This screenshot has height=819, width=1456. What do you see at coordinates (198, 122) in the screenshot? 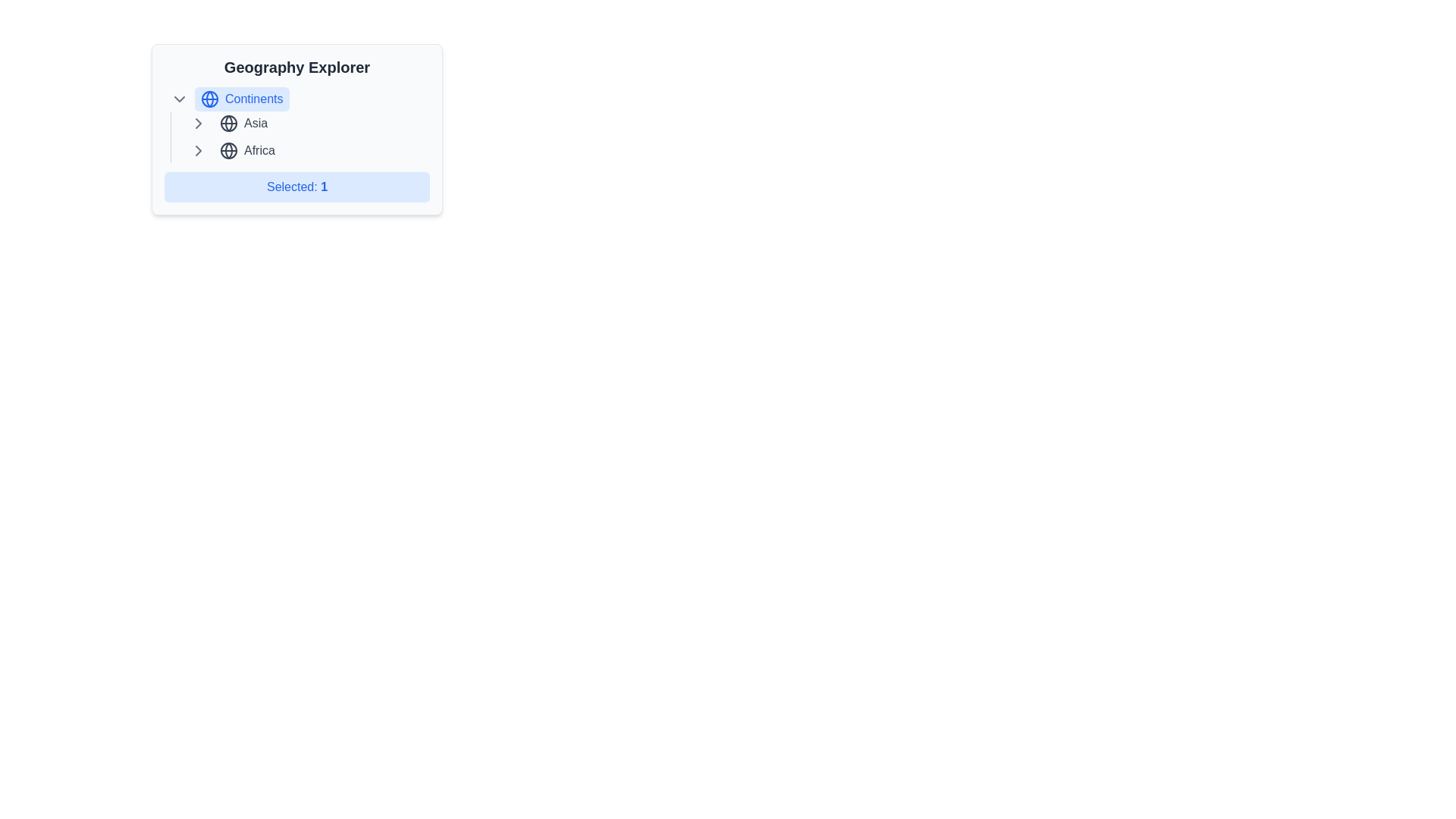
I see `the right-facing chevron arrow icon located to the left of the text label 'Africa'` at bounding box center [198, 122].